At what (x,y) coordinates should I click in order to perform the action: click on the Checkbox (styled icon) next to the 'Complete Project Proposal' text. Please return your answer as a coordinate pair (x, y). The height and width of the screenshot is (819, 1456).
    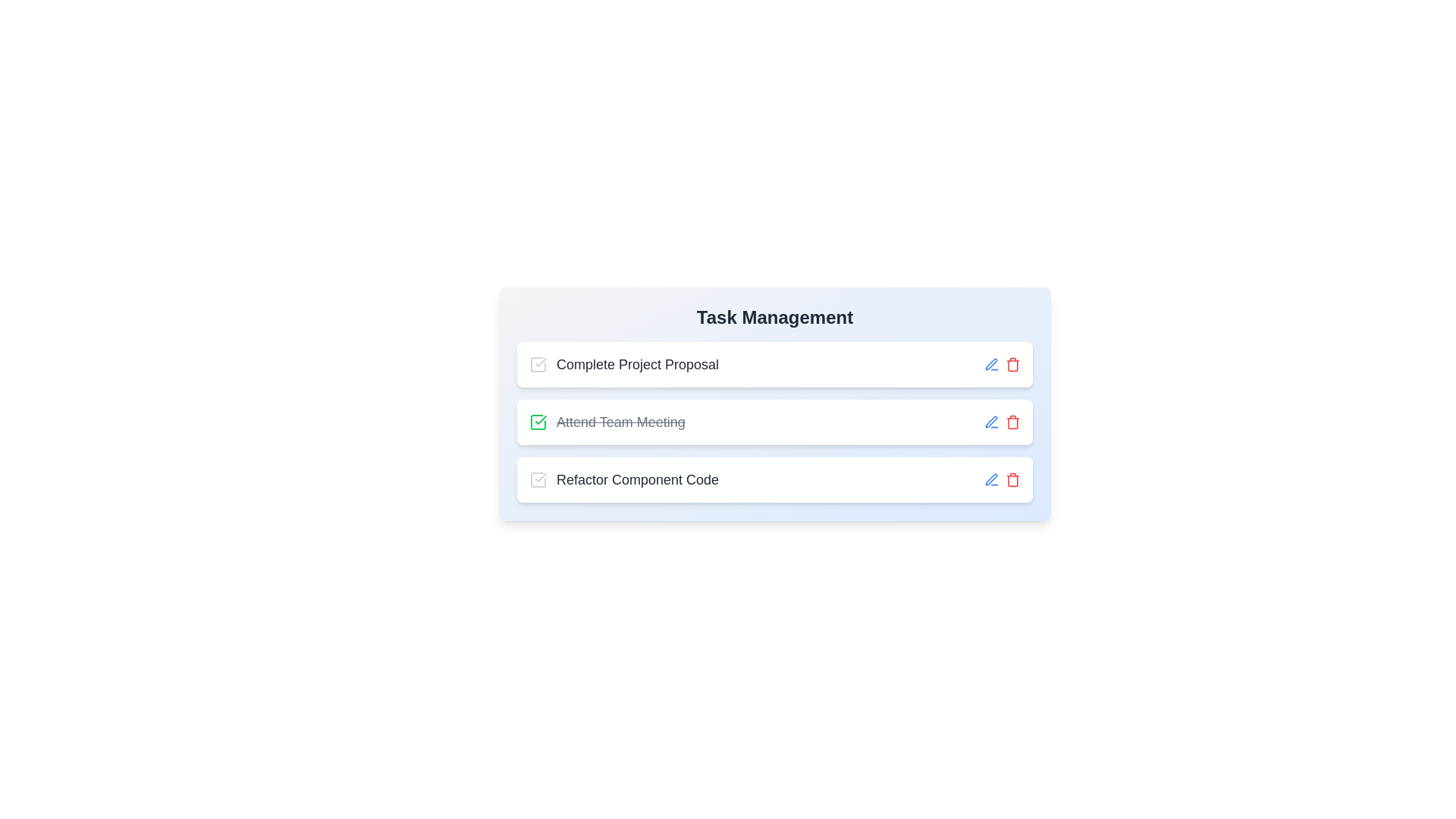
    Looking at the image, I should click on (538, 365).